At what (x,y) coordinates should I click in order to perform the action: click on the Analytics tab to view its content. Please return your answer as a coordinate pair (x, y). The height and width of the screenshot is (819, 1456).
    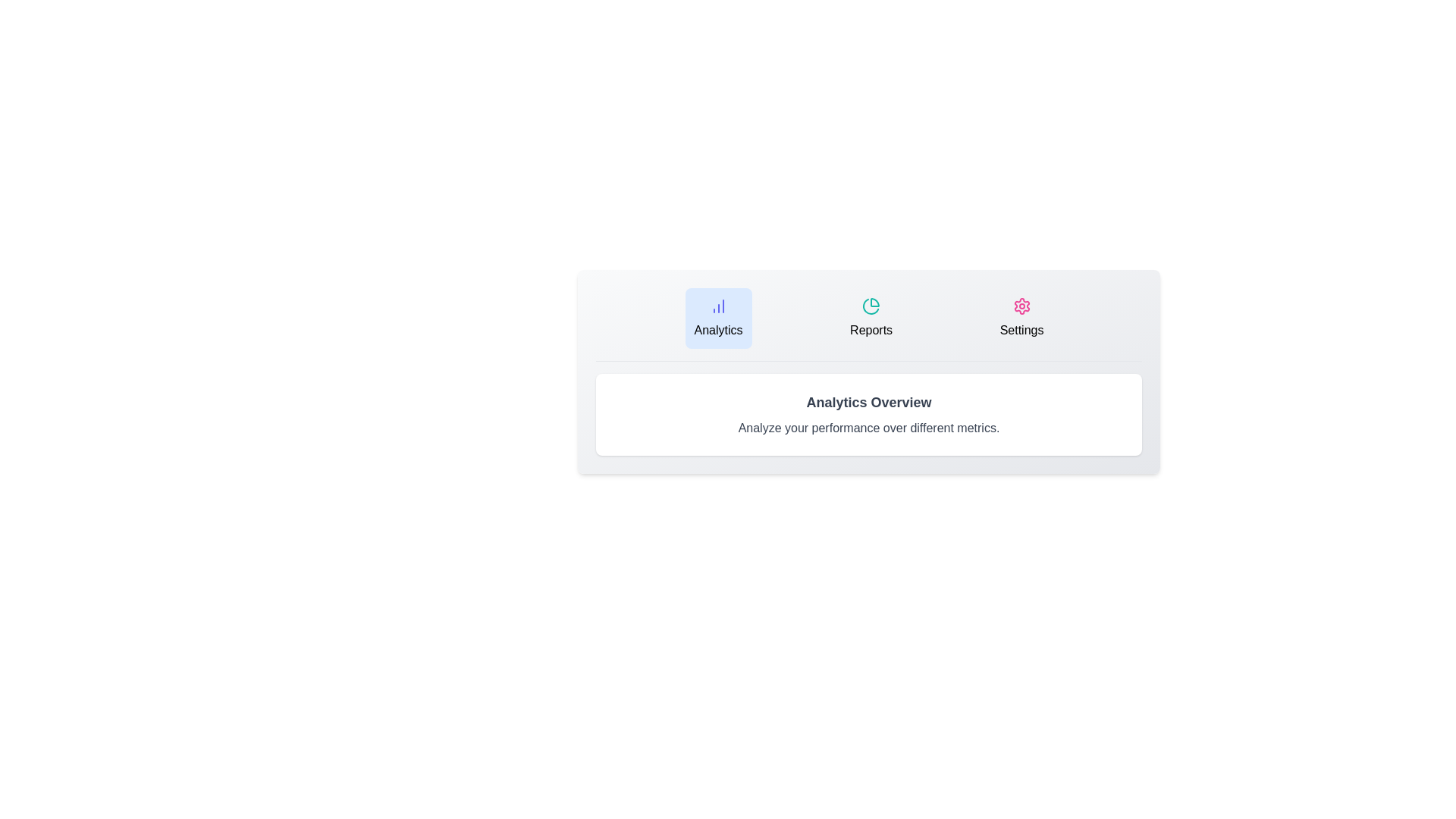
    Looking at the image, I should click on (717, 318).